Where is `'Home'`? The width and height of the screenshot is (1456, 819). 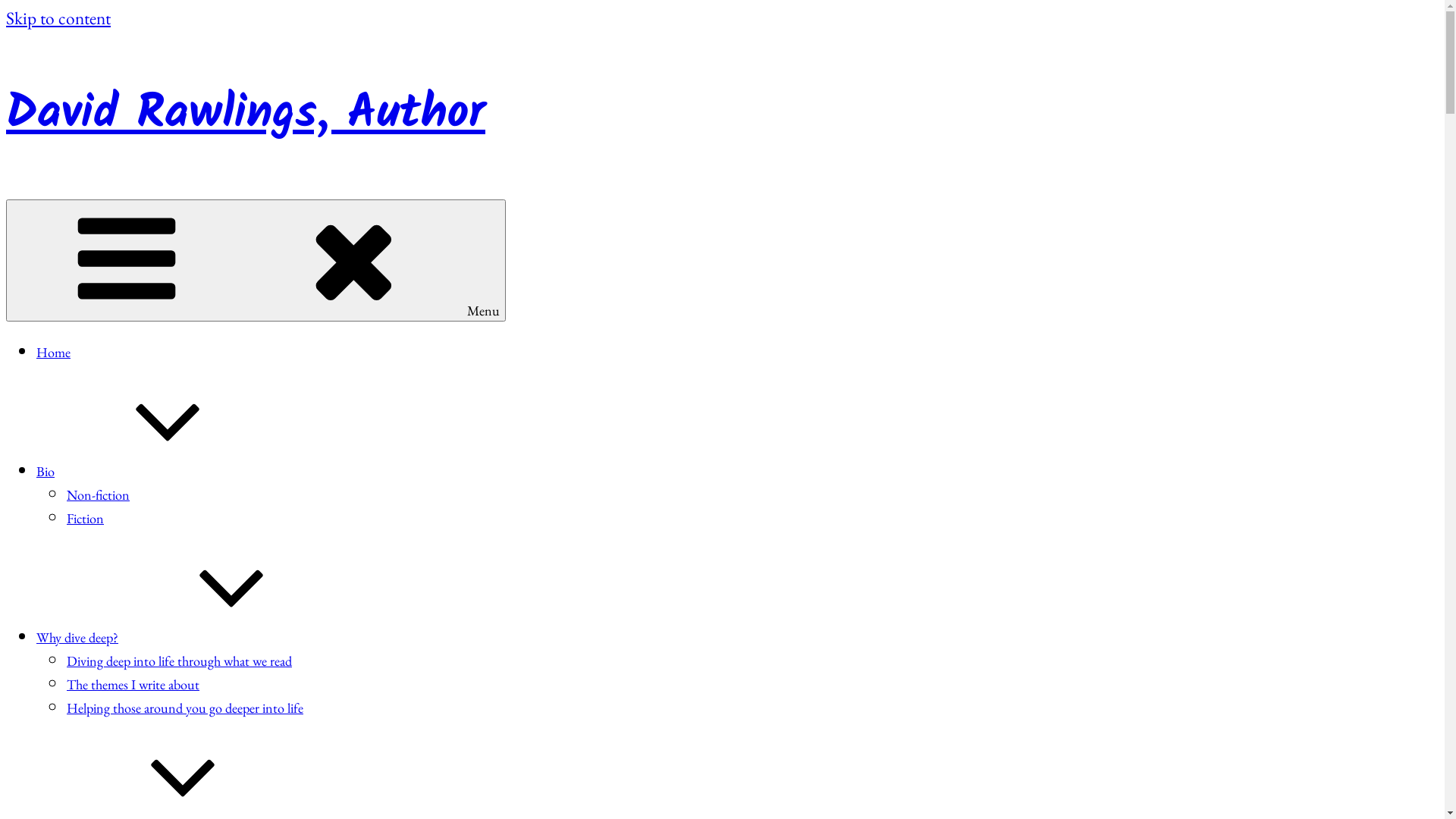 'Home' is located at coordinates (53, 352).